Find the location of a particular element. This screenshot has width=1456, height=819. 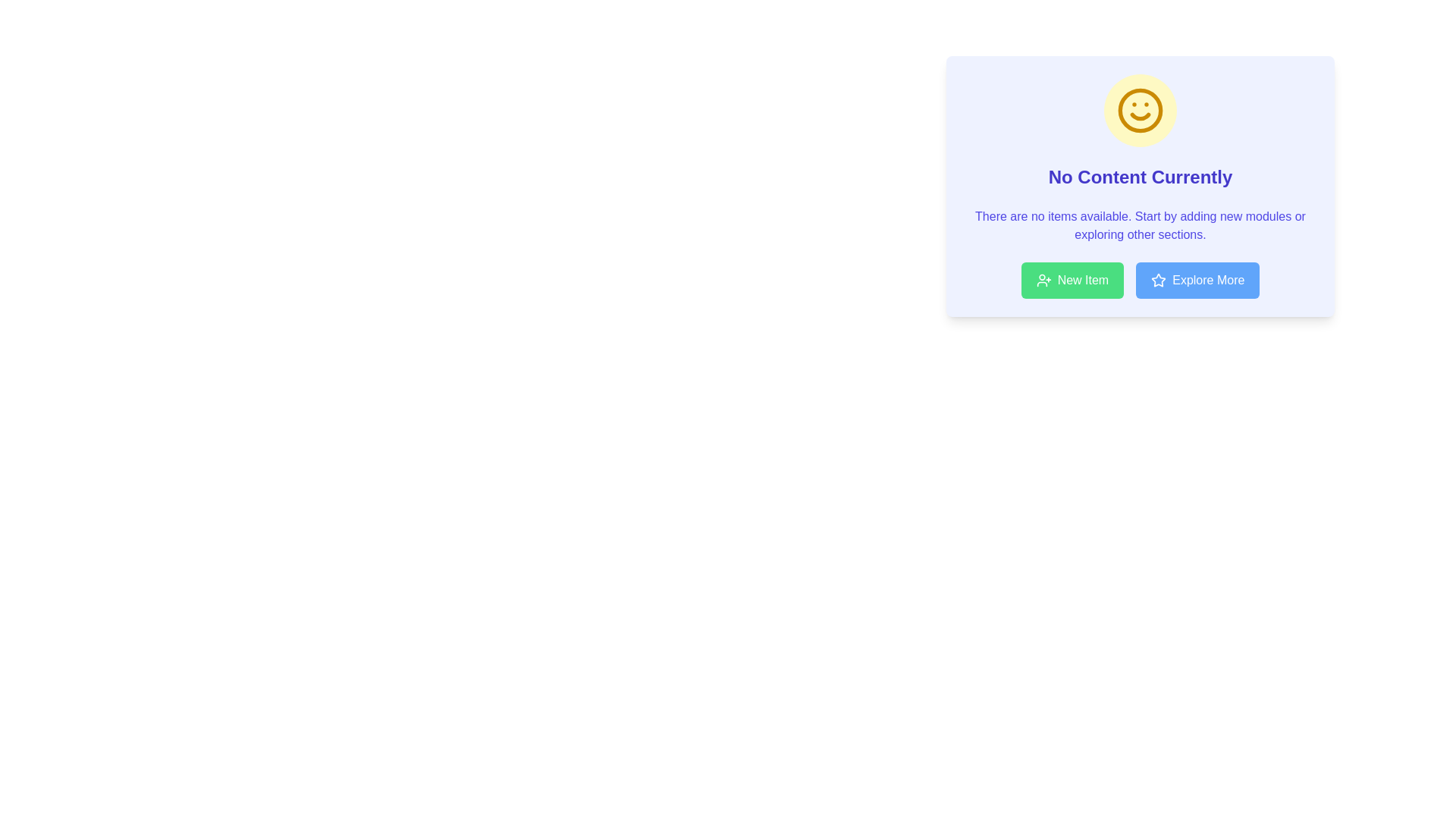

the smiley face icon located at the top center of the card interface, which indicates a friendly or neutral status is located at coordinates (1140, 110).